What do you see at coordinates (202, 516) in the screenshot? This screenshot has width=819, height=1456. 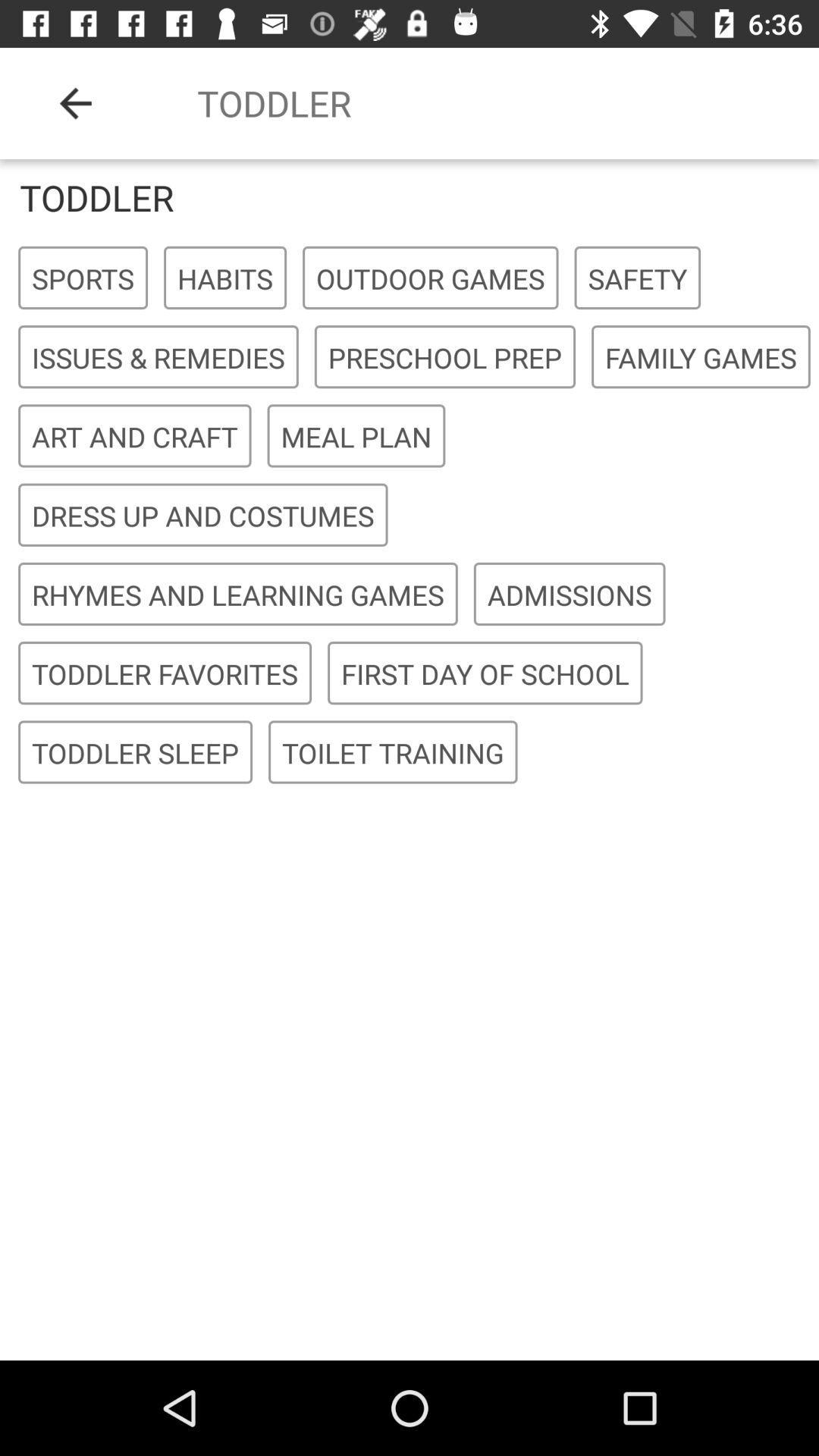 I see `the dress up and icon` at bounding box center [202, 516].